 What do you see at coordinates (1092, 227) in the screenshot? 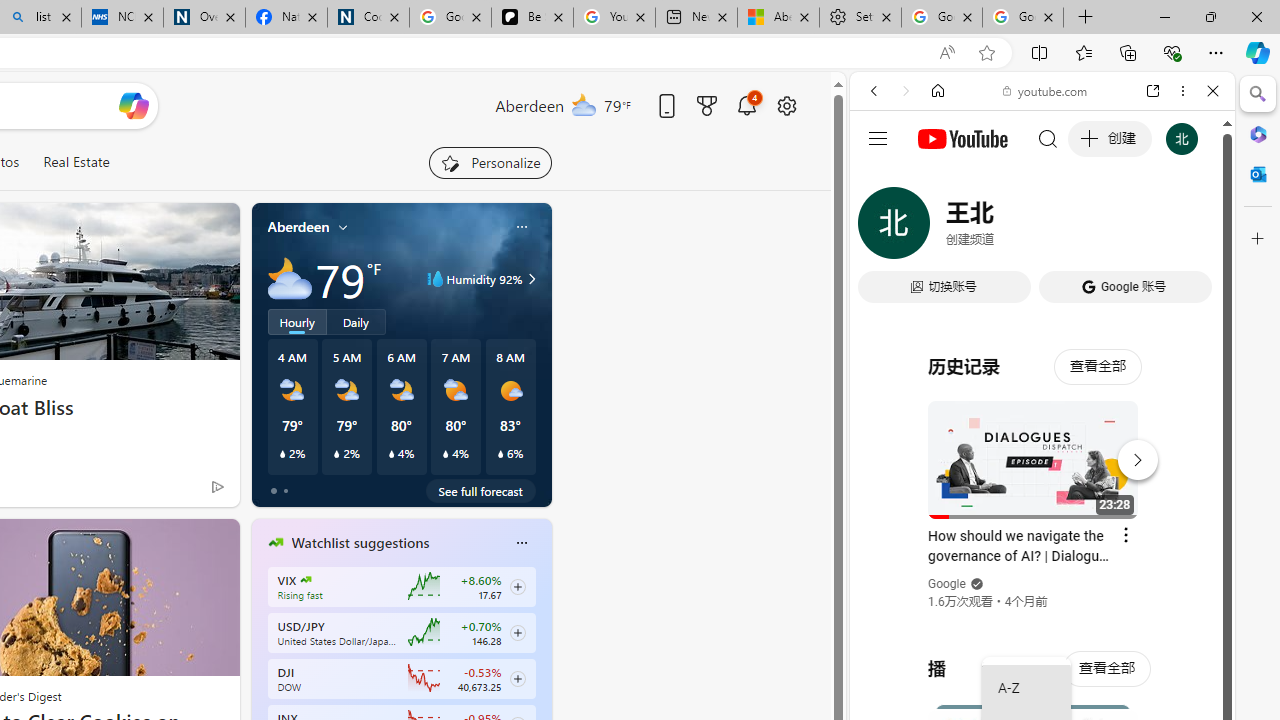
I see `'SEARCH TOOLS'` at bounding box center [1092, 227].